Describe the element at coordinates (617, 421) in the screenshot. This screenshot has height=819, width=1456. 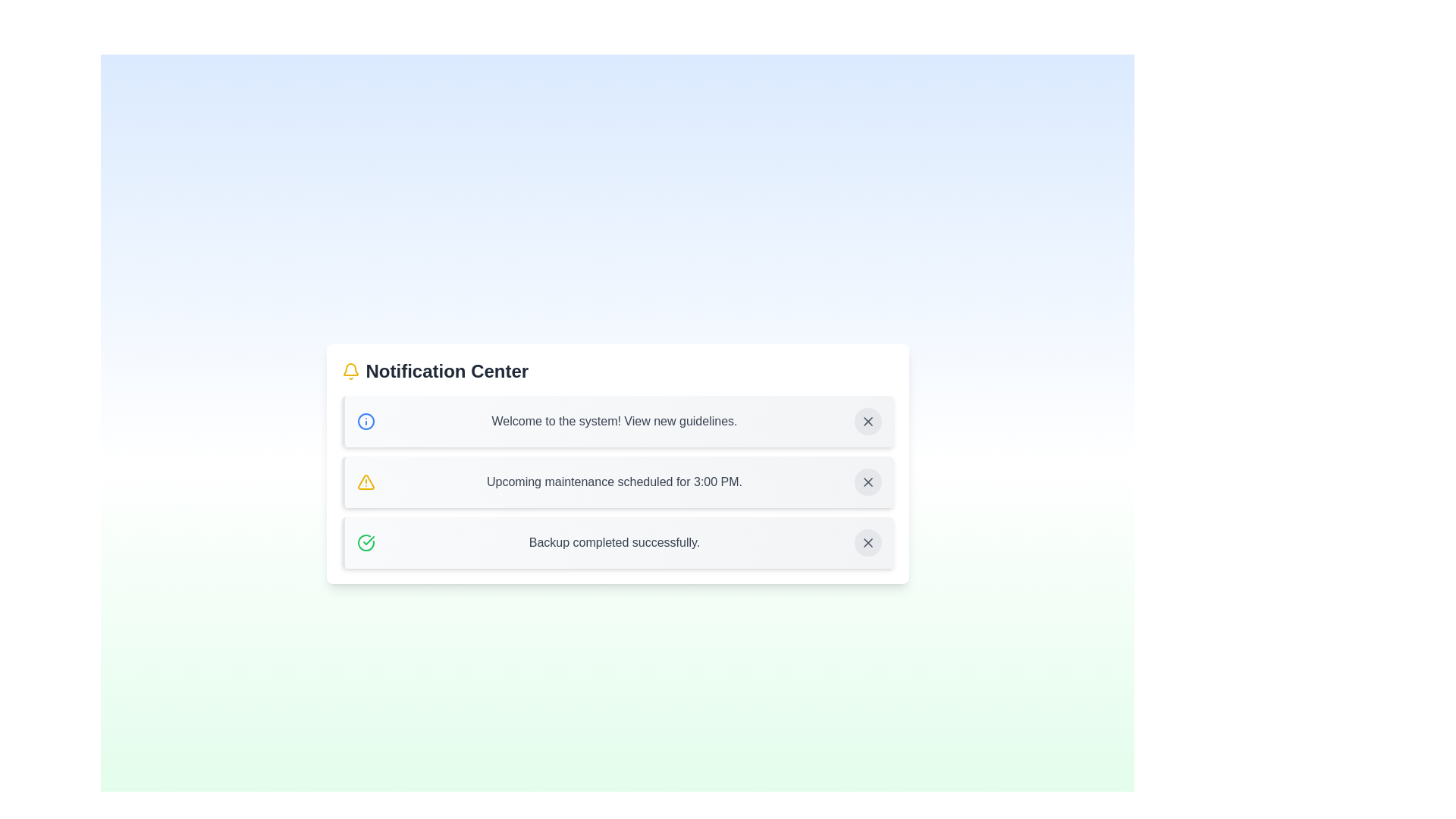
I see `notification text from the first notification card in the Notification Center, which contains 'Welcome to the system! View new guidelines.'` at that location.